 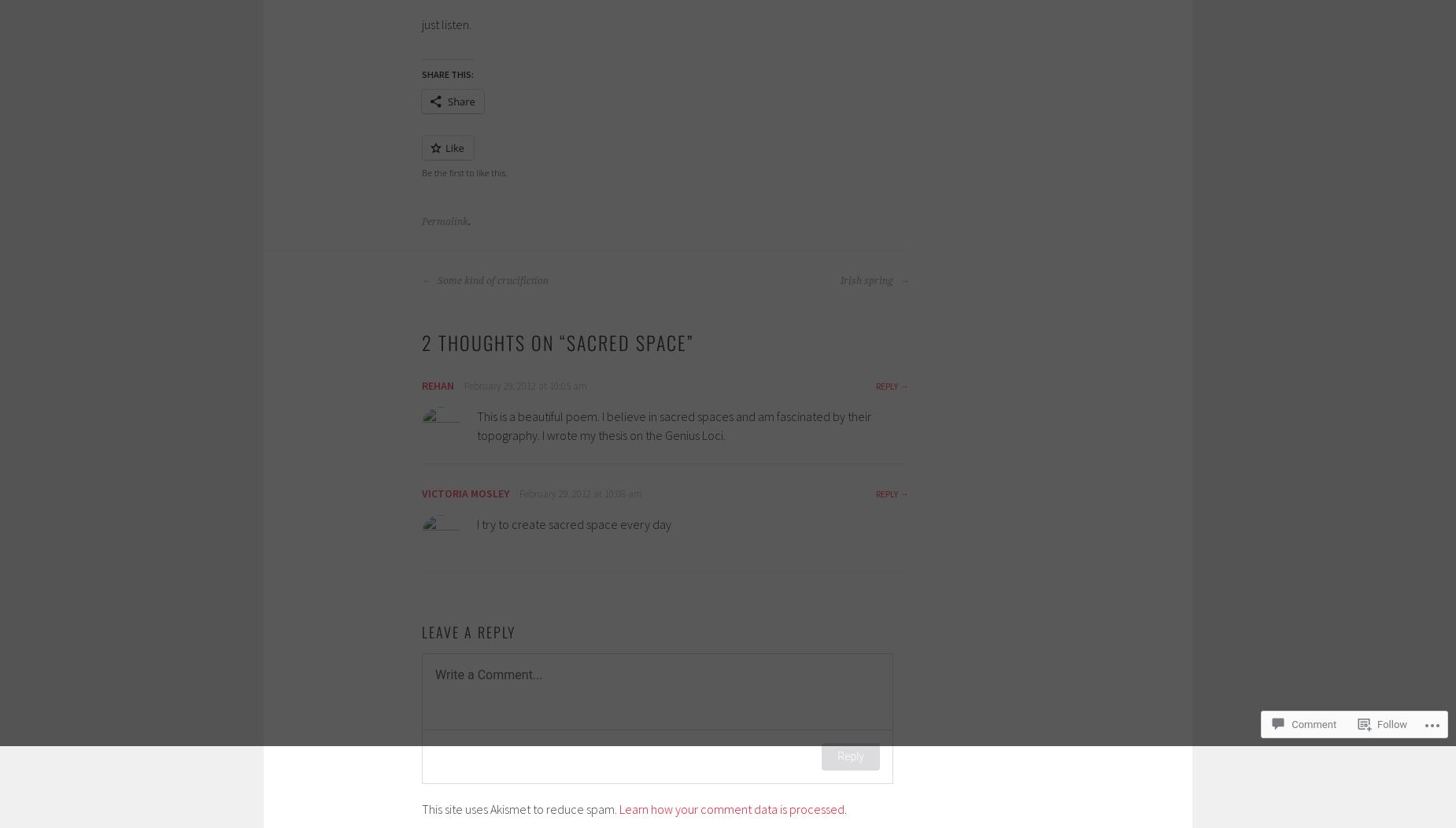 I want to click on 'Comment', so click(x=1314, y=724).